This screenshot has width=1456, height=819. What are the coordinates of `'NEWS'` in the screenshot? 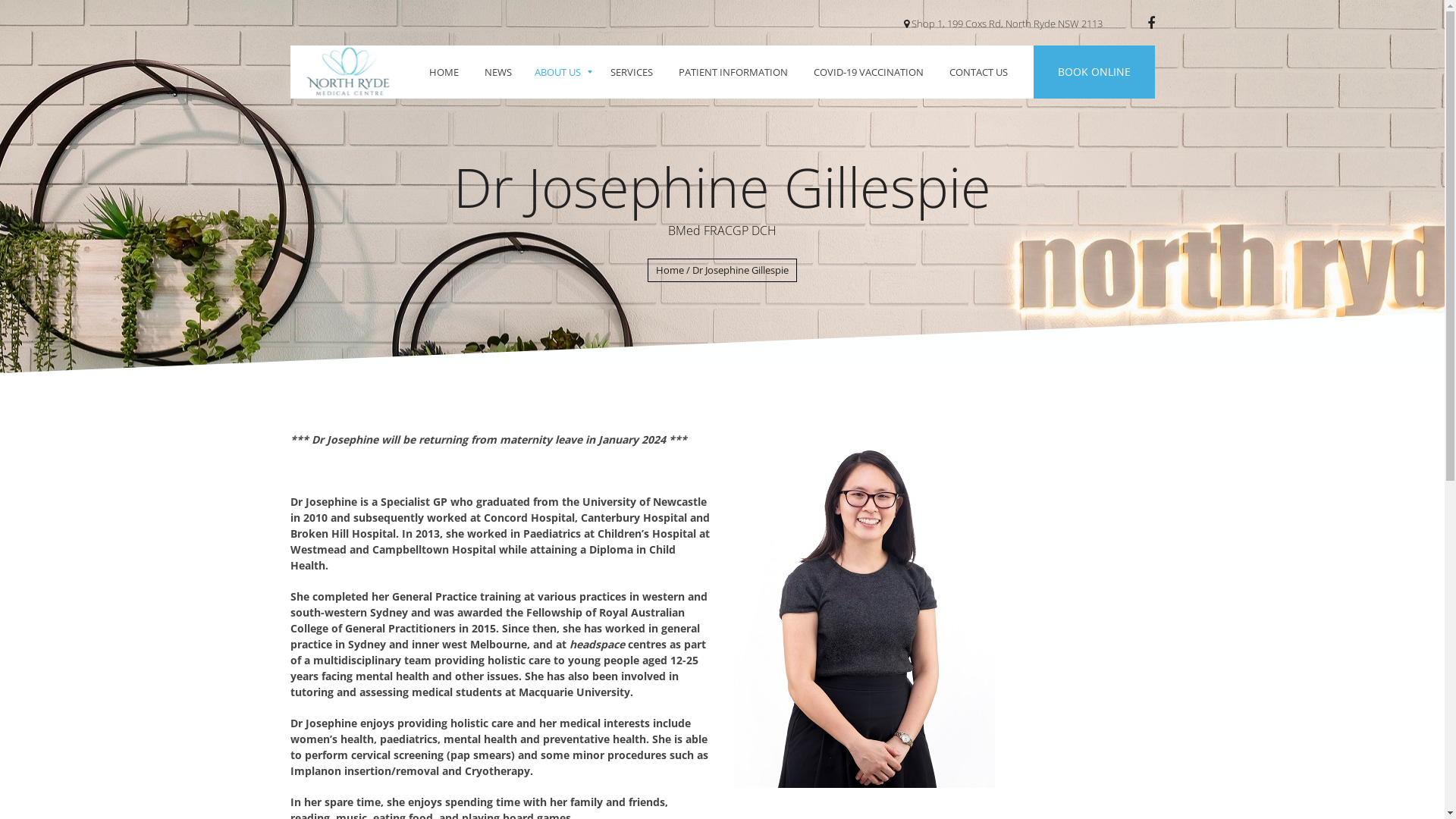 It's located at (498, 72).